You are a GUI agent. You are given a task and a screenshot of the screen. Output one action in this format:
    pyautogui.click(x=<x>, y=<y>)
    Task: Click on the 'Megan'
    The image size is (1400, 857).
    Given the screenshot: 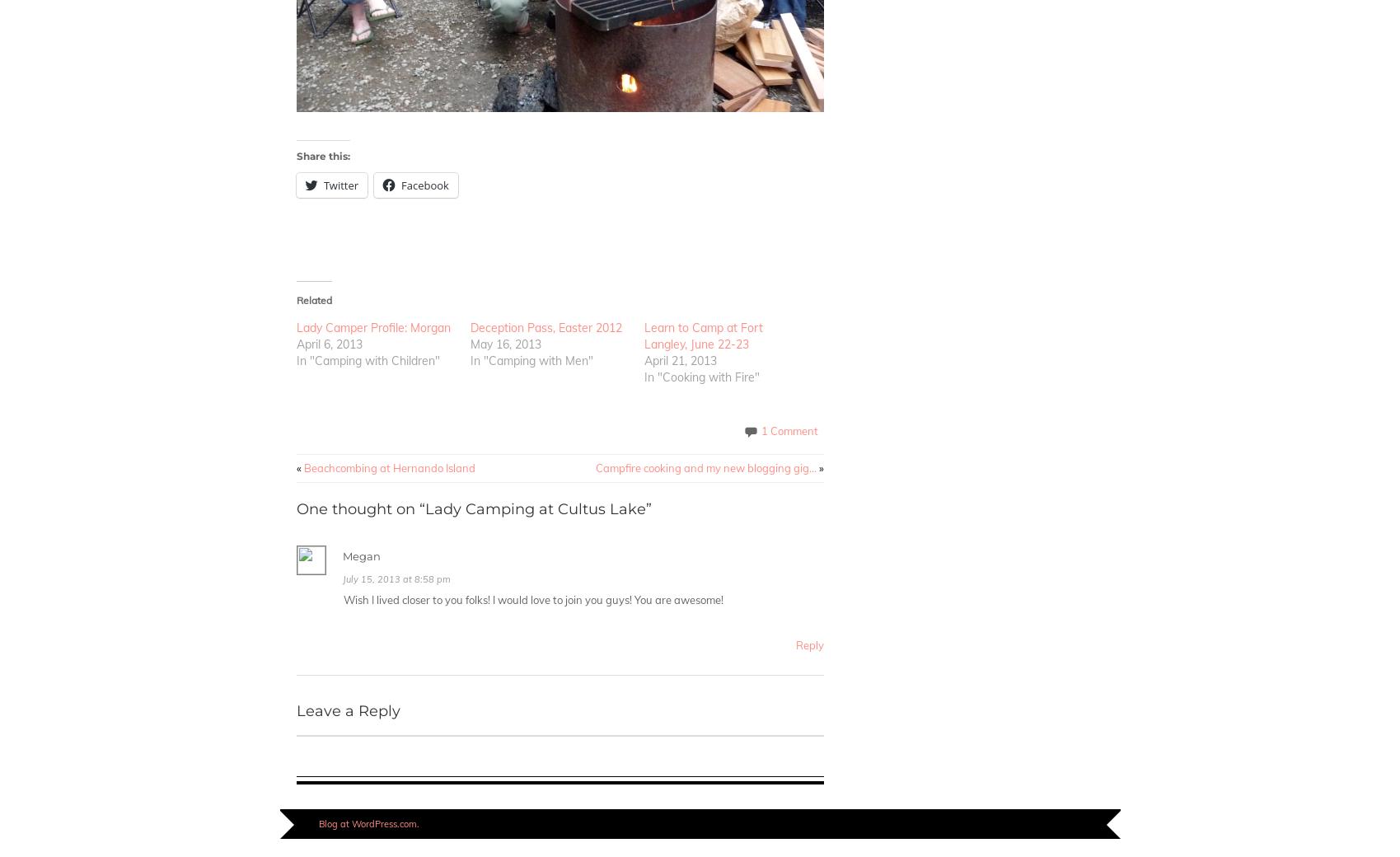 What is the action you would take?
    pyautogui.click(x=361, y=555)
    